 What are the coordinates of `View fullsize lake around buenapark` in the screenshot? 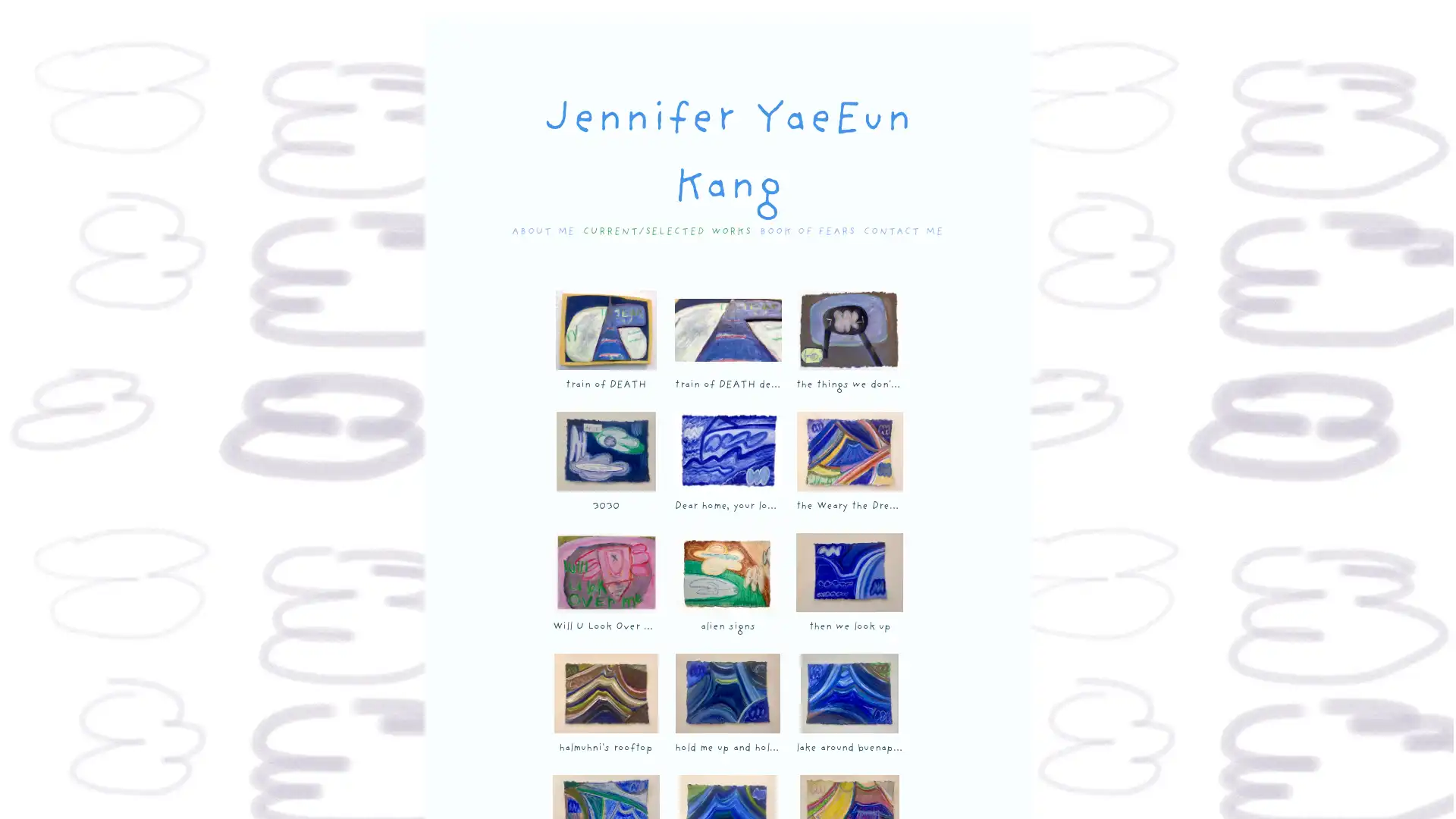 It's located at (848, 693).